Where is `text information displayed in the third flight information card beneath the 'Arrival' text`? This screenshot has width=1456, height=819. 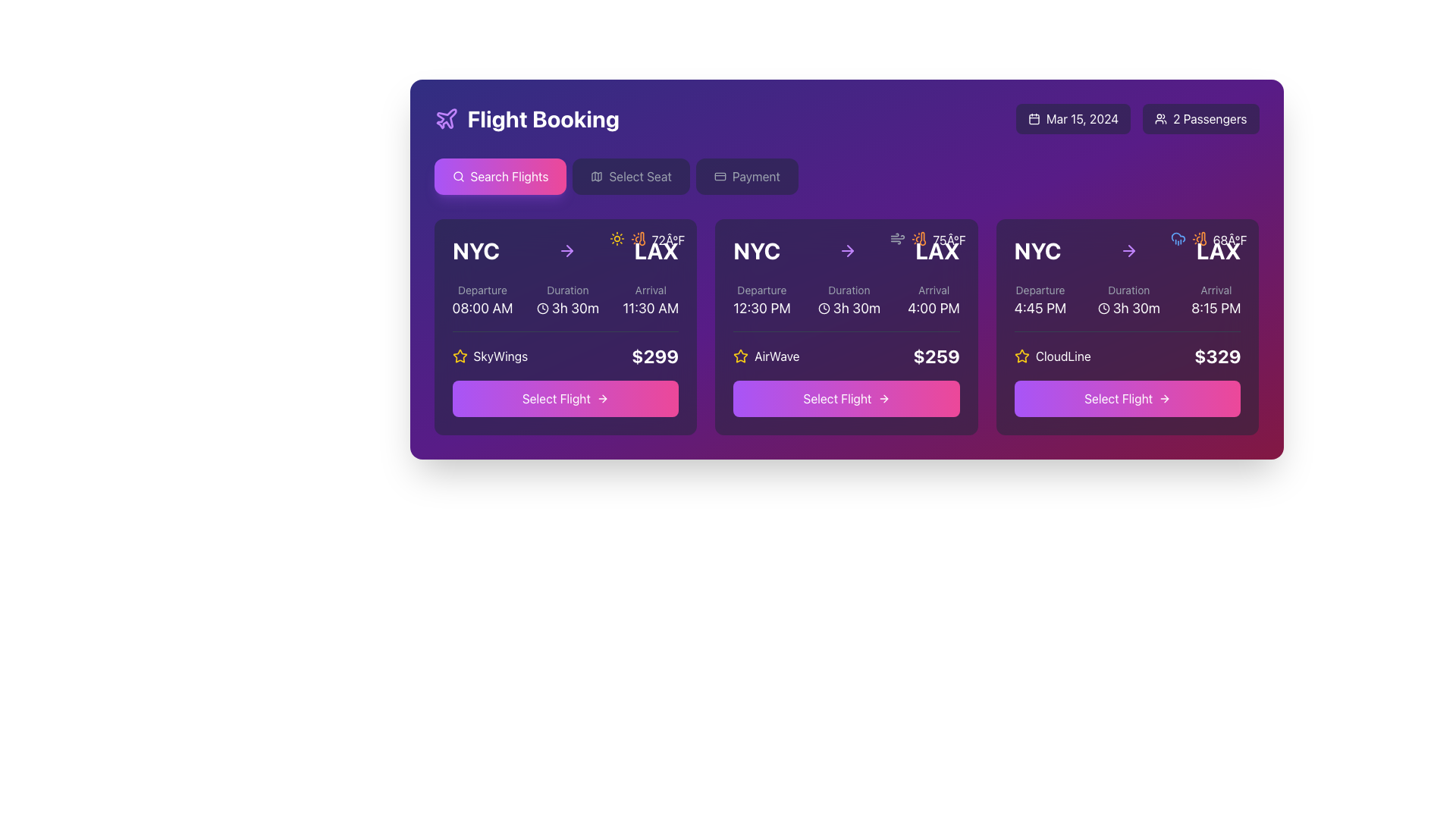 text information displayed in the third flight information card beneath the 'Arrival' text is located at coordinates (933, 301).